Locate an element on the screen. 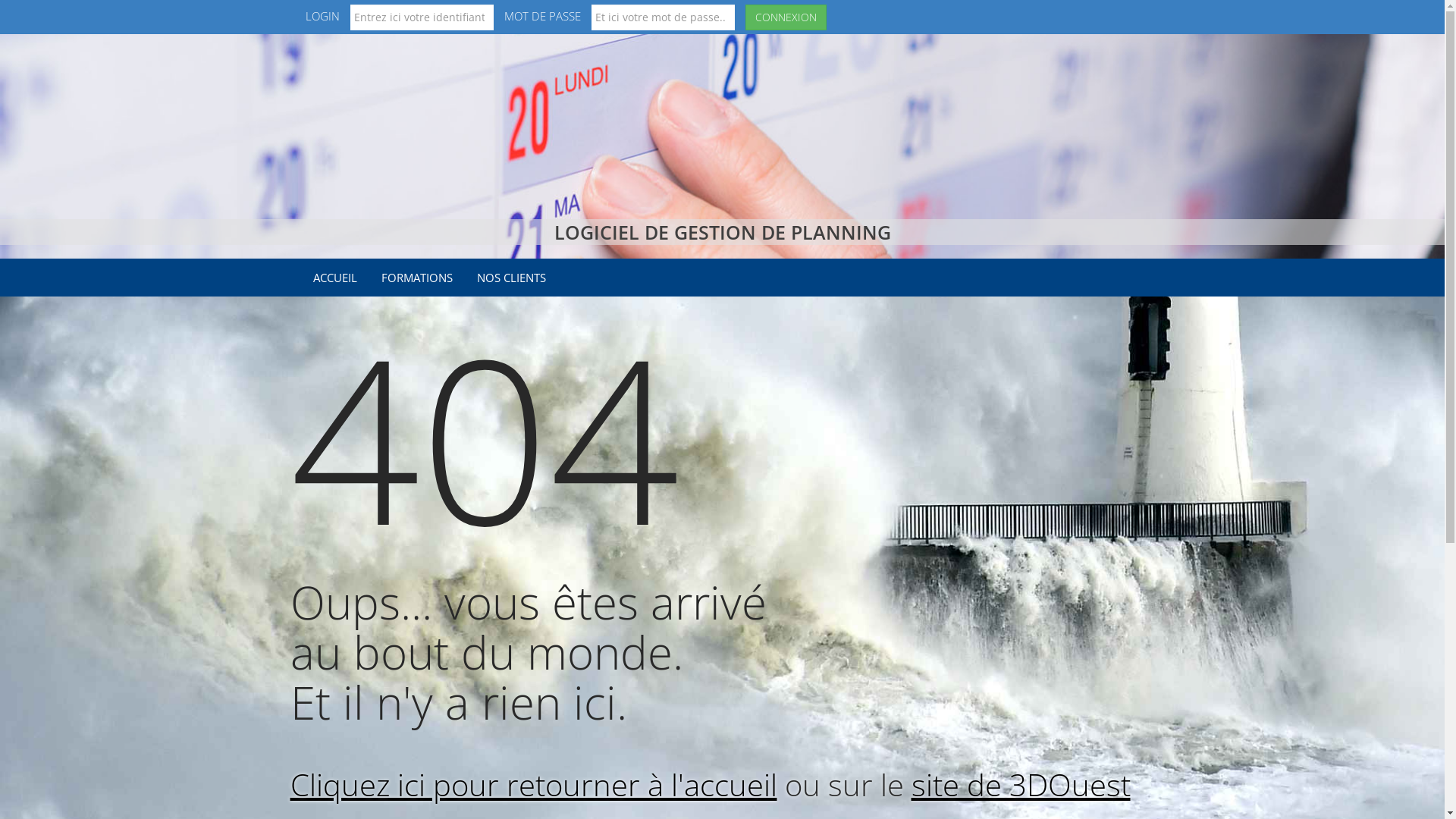  'NOS CLIENTS' is located at coordinates (511, 278).